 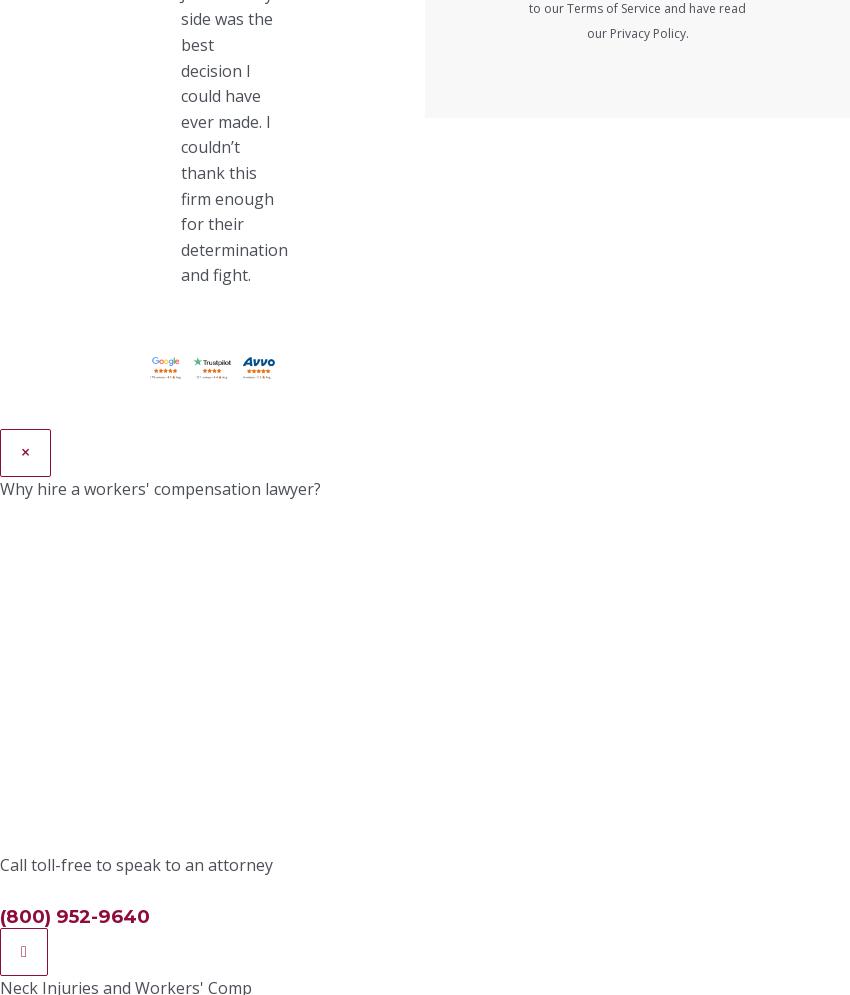 What do you see at coordinates (150, 247) in the screenshot?
I see `'Medical expense'` at bounding box center [150, 247].